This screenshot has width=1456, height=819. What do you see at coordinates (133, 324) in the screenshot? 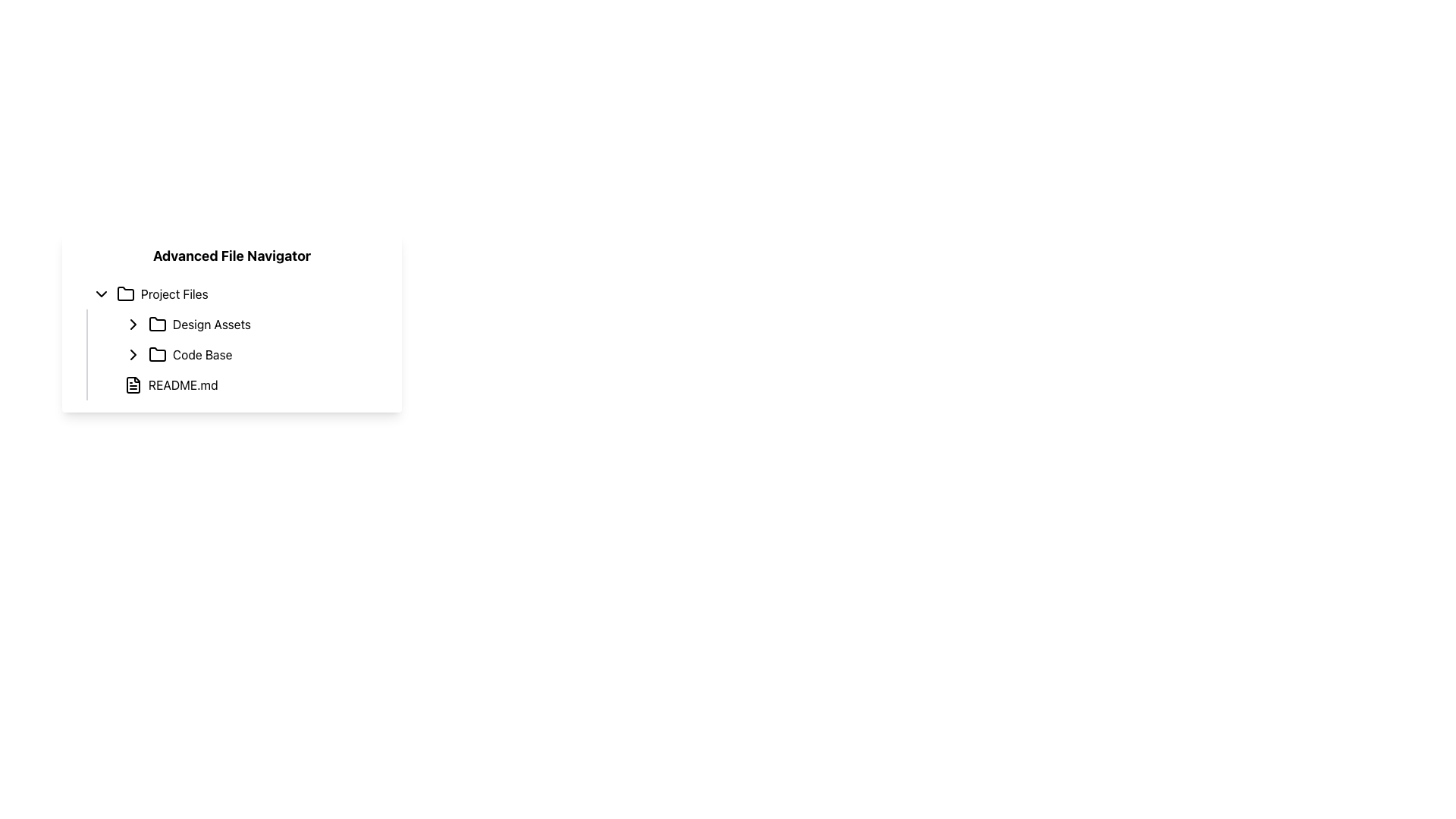
I see `the arrow icon` at bounding box center [133, 324].